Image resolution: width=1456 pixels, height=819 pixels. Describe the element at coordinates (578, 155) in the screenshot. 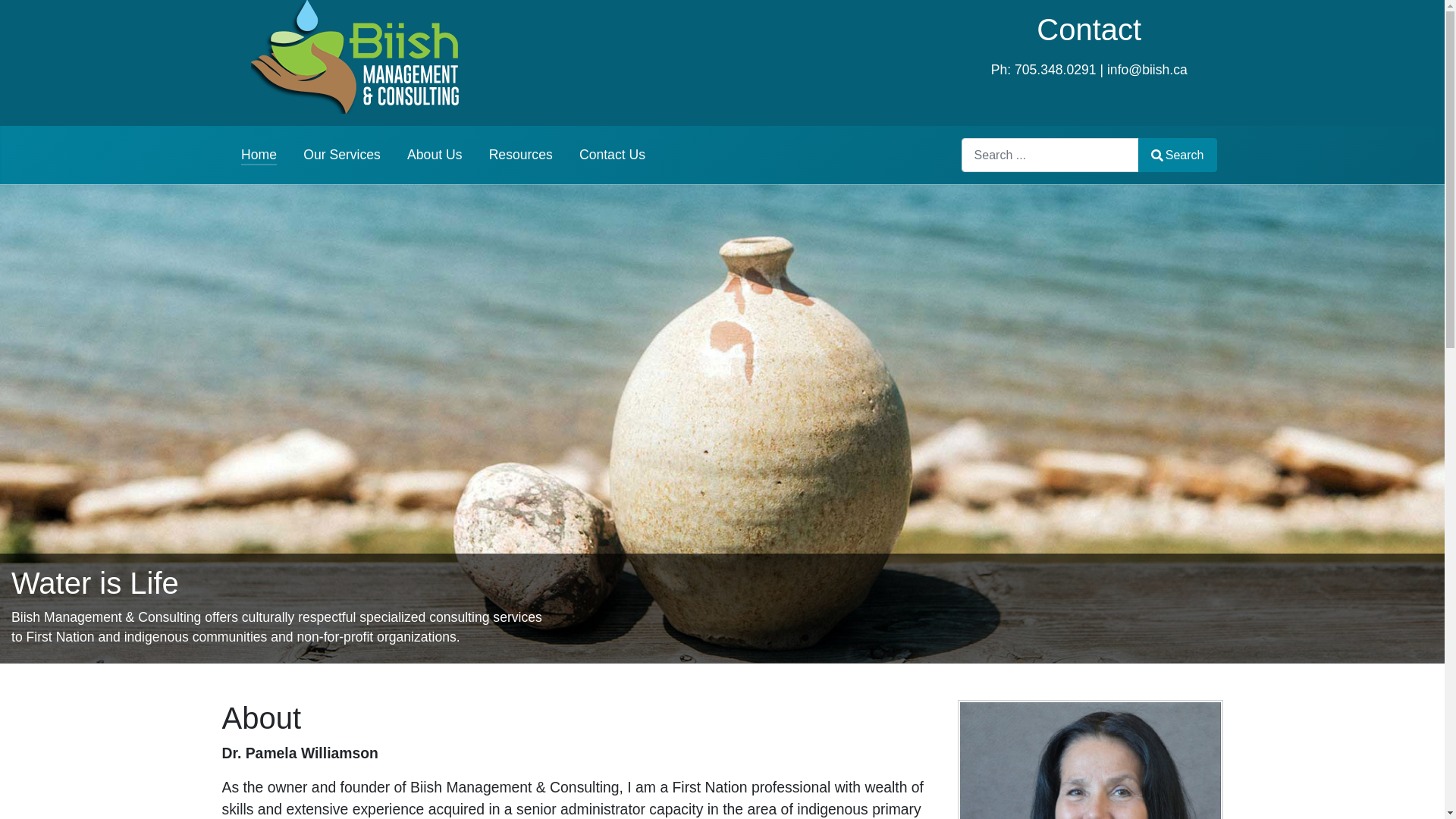

I see `'Contact Us'` at that location.